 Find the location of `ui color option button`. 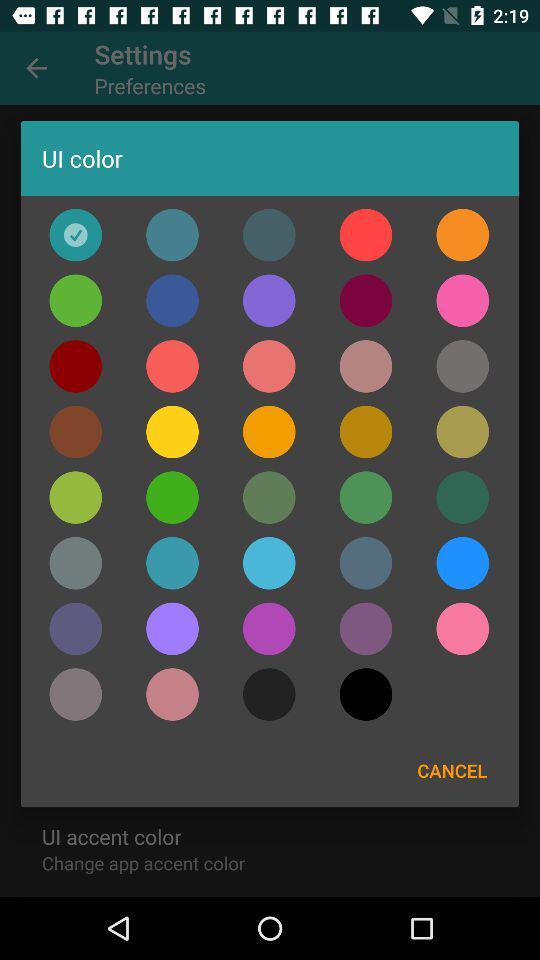

ui color option button is located at coordinates (462, 432).